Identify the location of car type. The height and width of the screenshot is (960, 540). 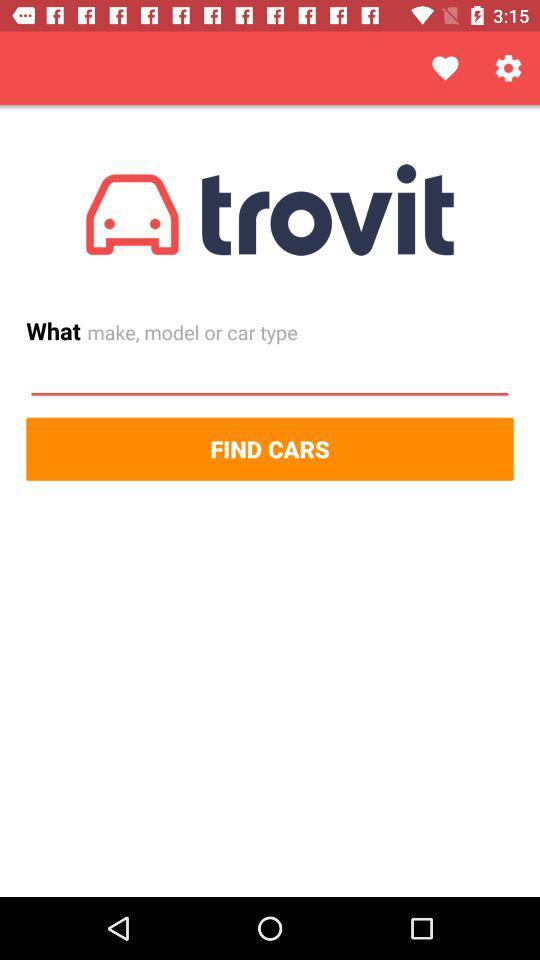
(270, 374).